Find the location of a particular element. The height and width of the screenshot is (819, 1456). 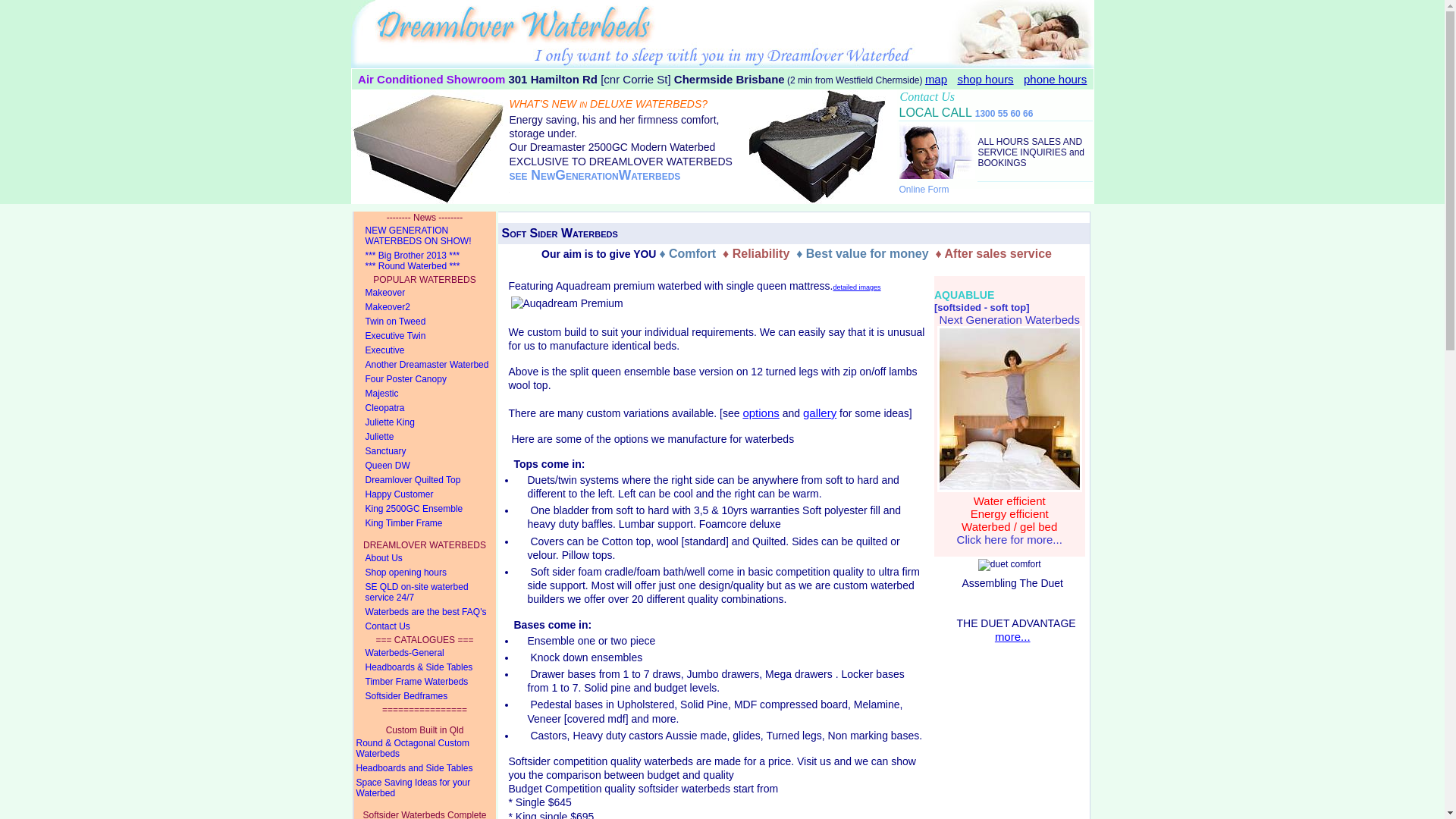

'Waterbeds-General' is located at coordinates (424, 652).